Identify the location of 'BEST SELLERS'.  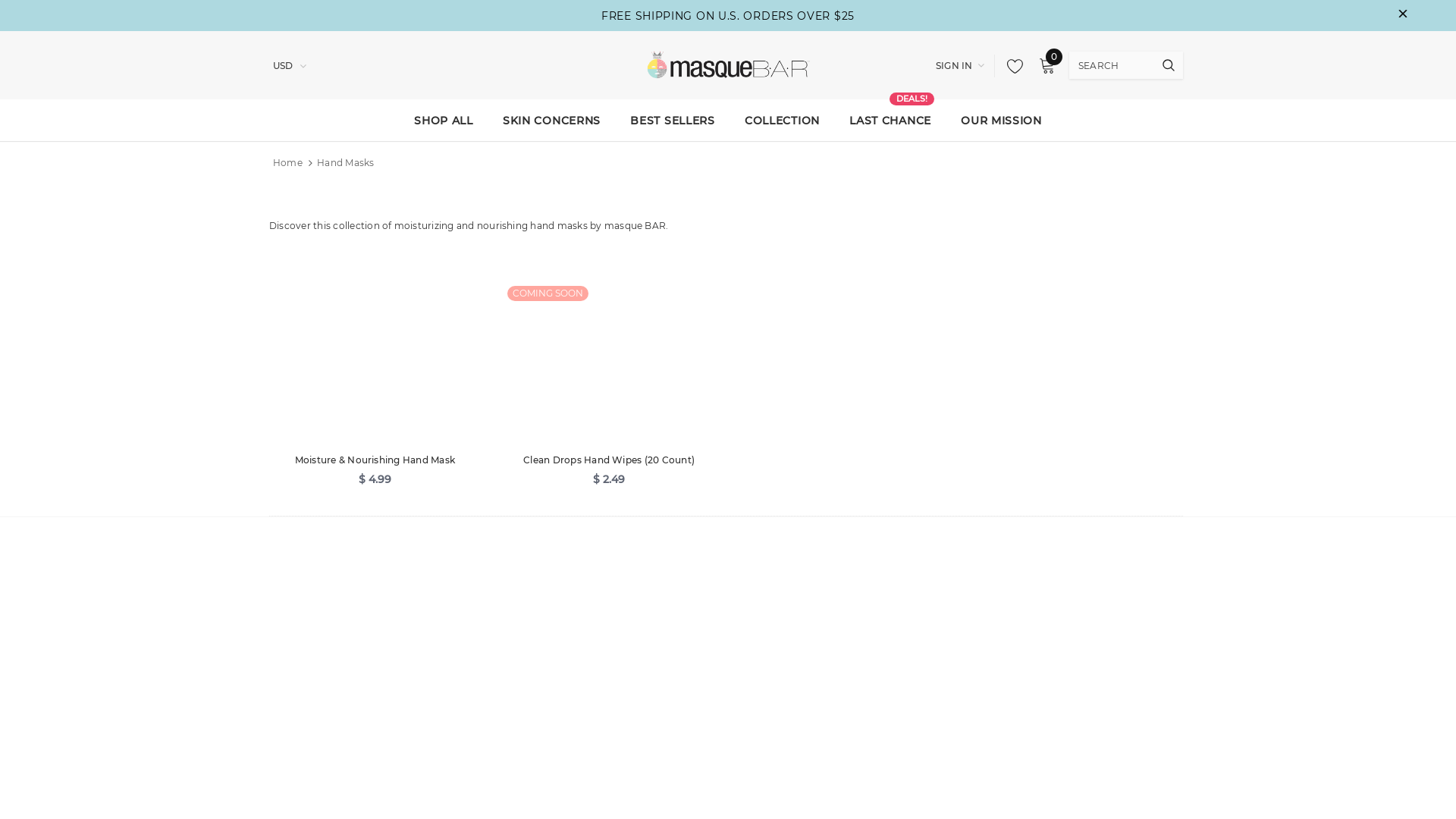
(629, 119).